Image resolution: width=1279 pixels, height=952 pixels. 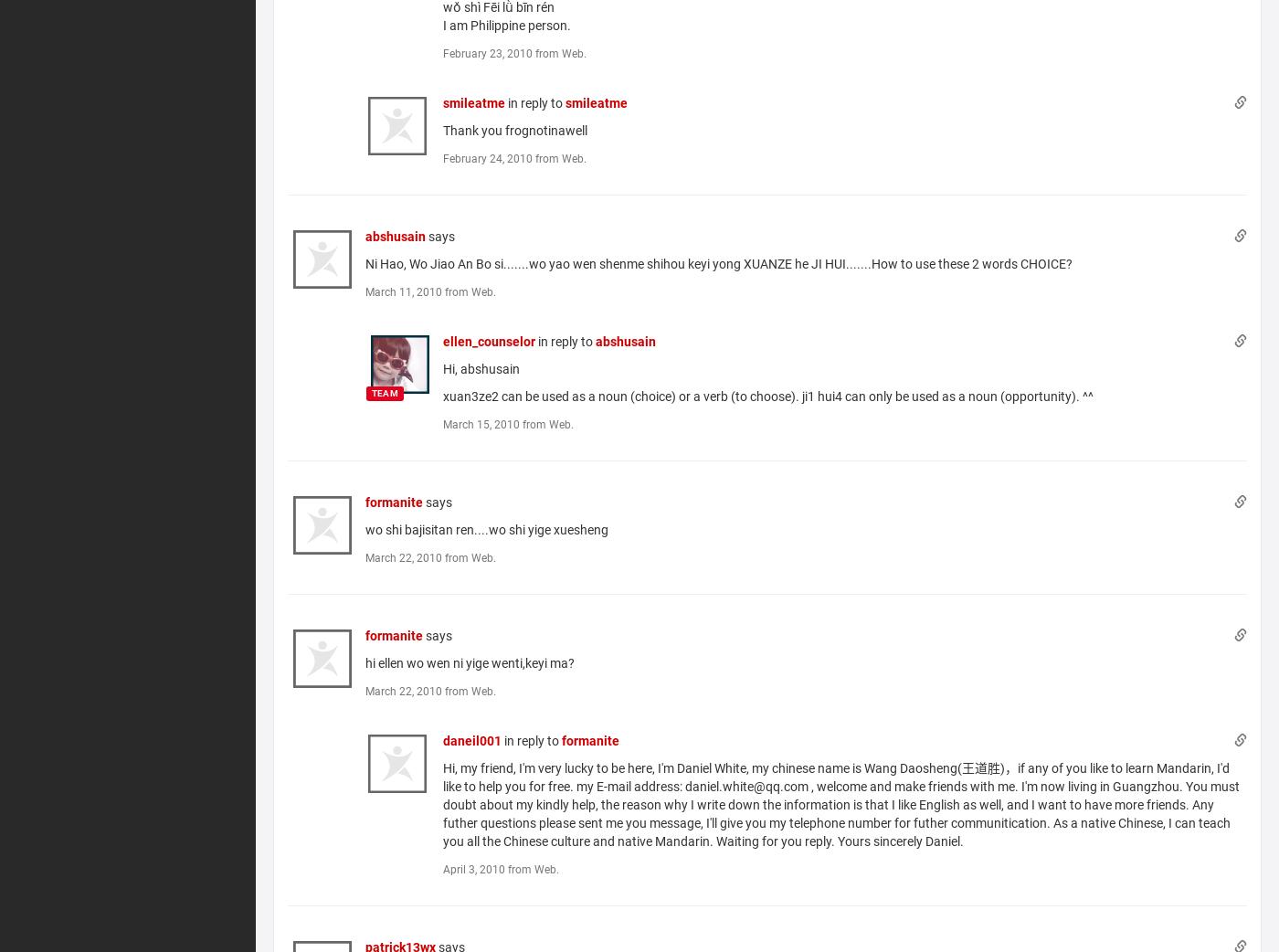 I want to click on 'February 23, 2010 from  Web.', so click(x=514, y=52).